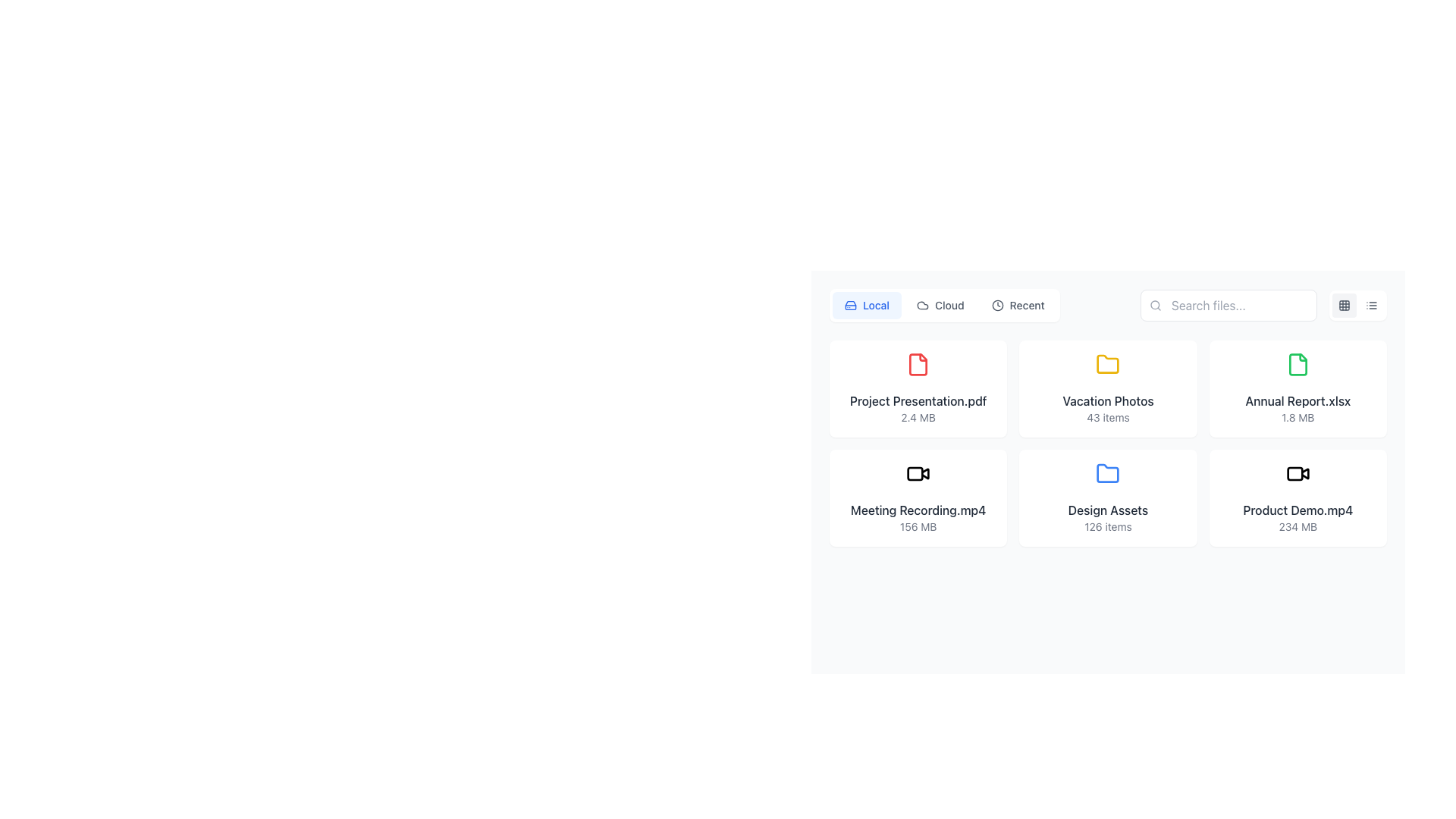 The height and width of the screenshot is (819, 1456). Describe the element at coordinates (1297, 516) in the screenshot. I see `the text label displaying file information located at the bottom-right corner of the interface` at that location.